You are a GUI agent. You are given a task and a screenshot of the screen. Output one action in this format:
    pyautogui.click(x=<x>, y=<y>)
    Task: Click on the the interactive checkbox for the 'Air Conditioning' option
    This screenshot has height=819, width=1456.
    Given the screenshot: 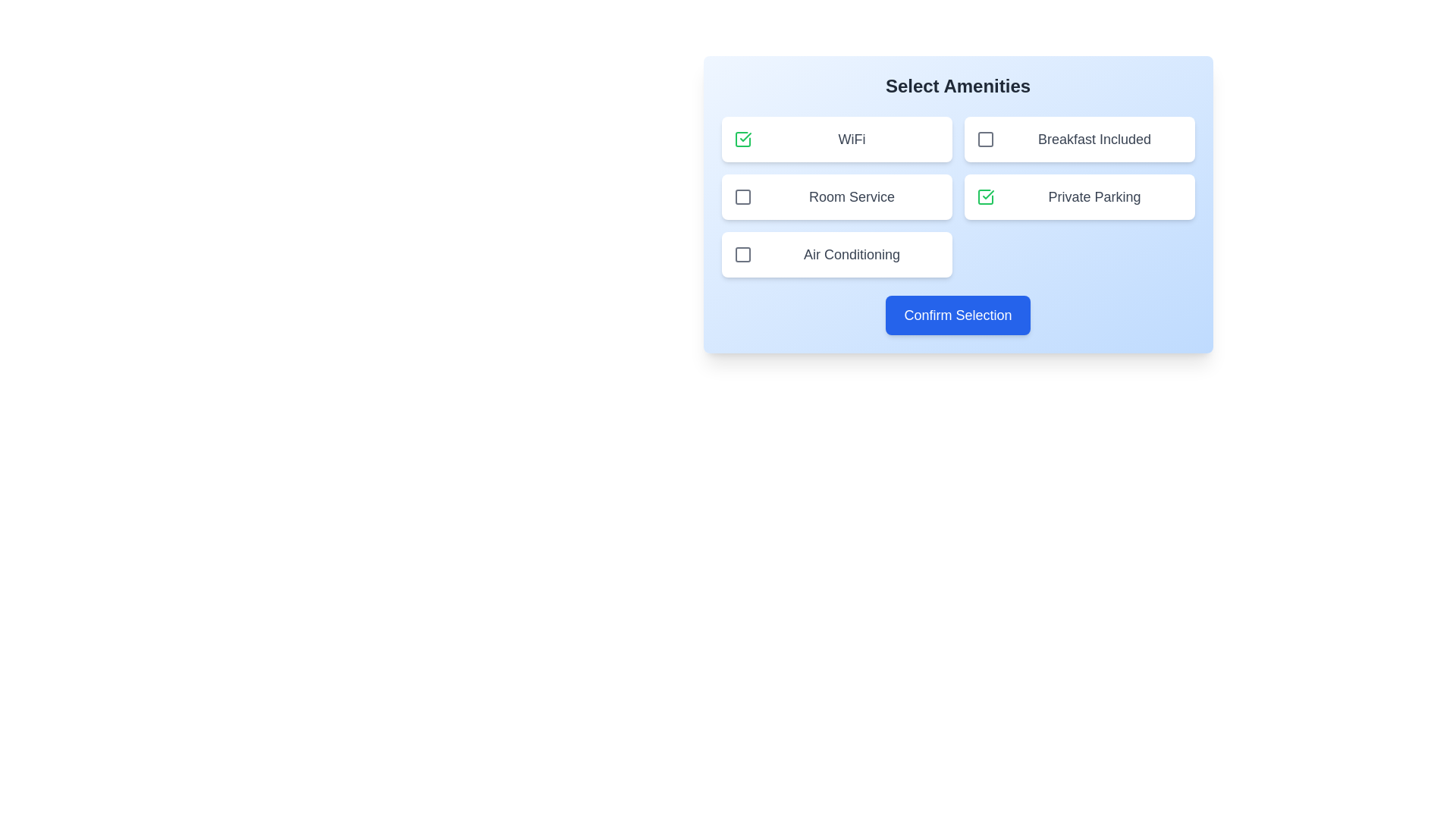 What is the action you would take?
    pyautogui.click(x=742, y=253)
    